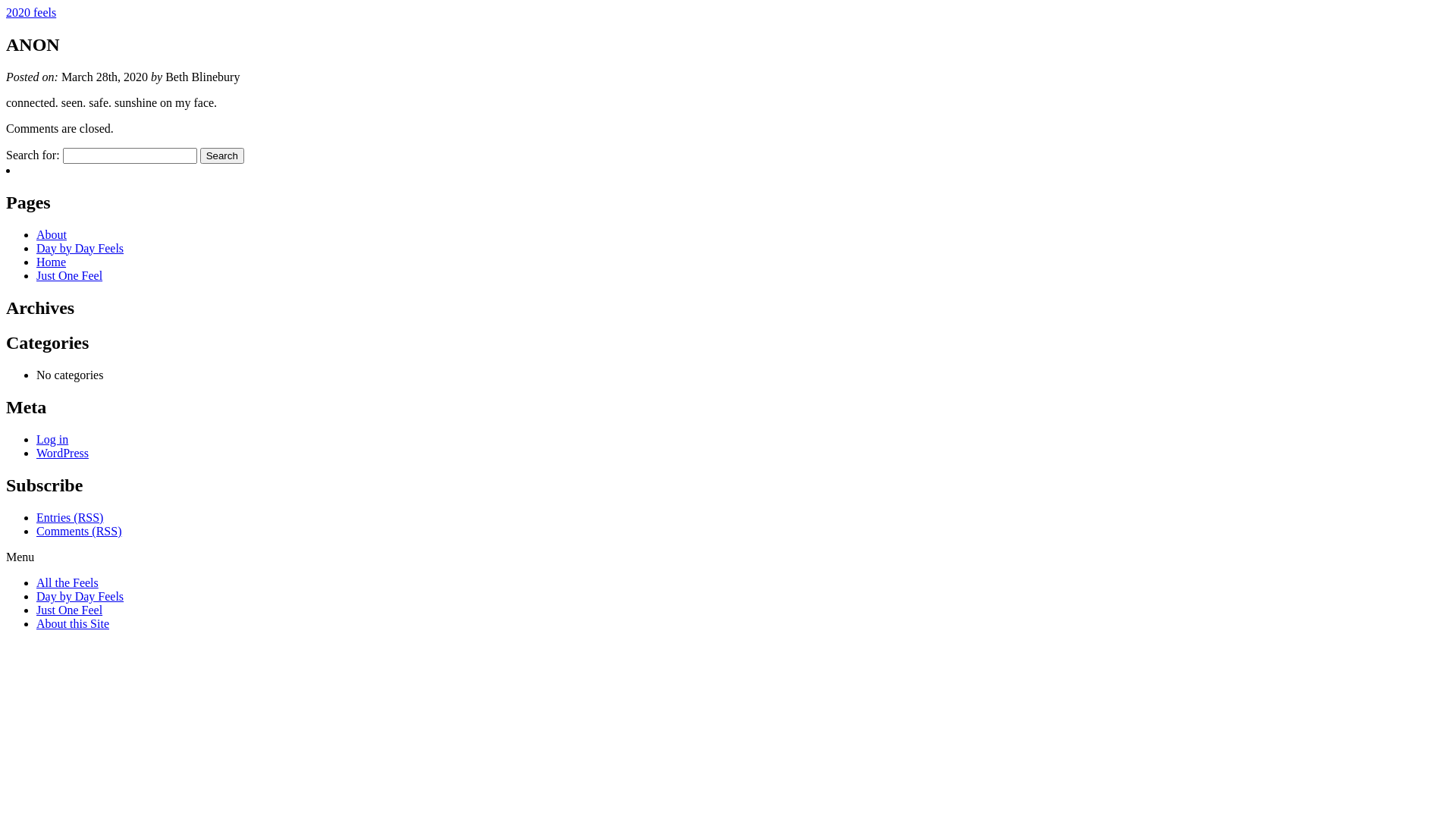 The width and height of the screenshot is (1456, 819). Describe the element at coordinates (52, 439) in the screenshot. I see `'Log in'` at that location.